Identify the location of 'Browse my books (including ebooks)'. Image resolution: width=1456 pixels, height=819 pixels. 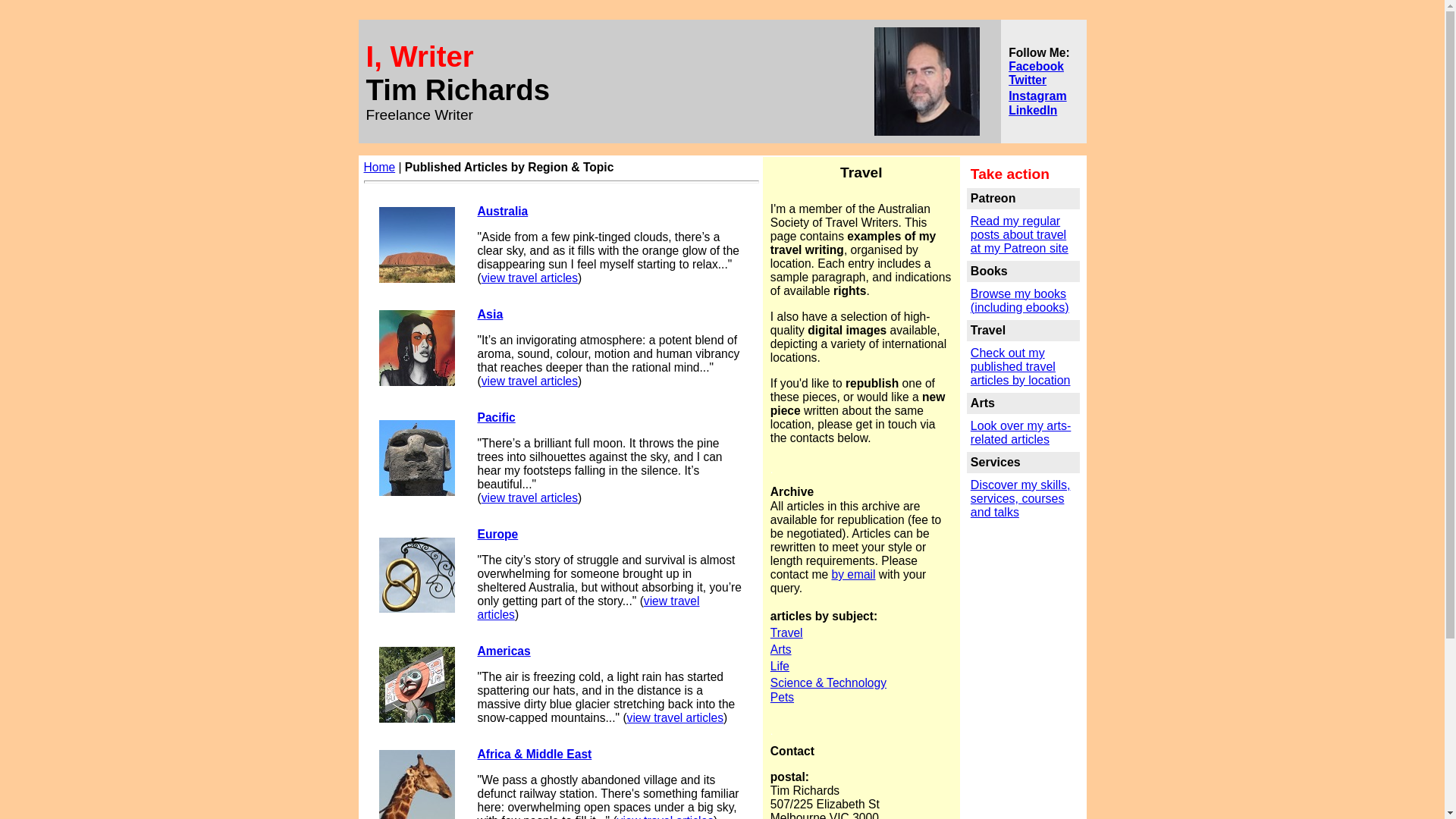
(1019, 301).